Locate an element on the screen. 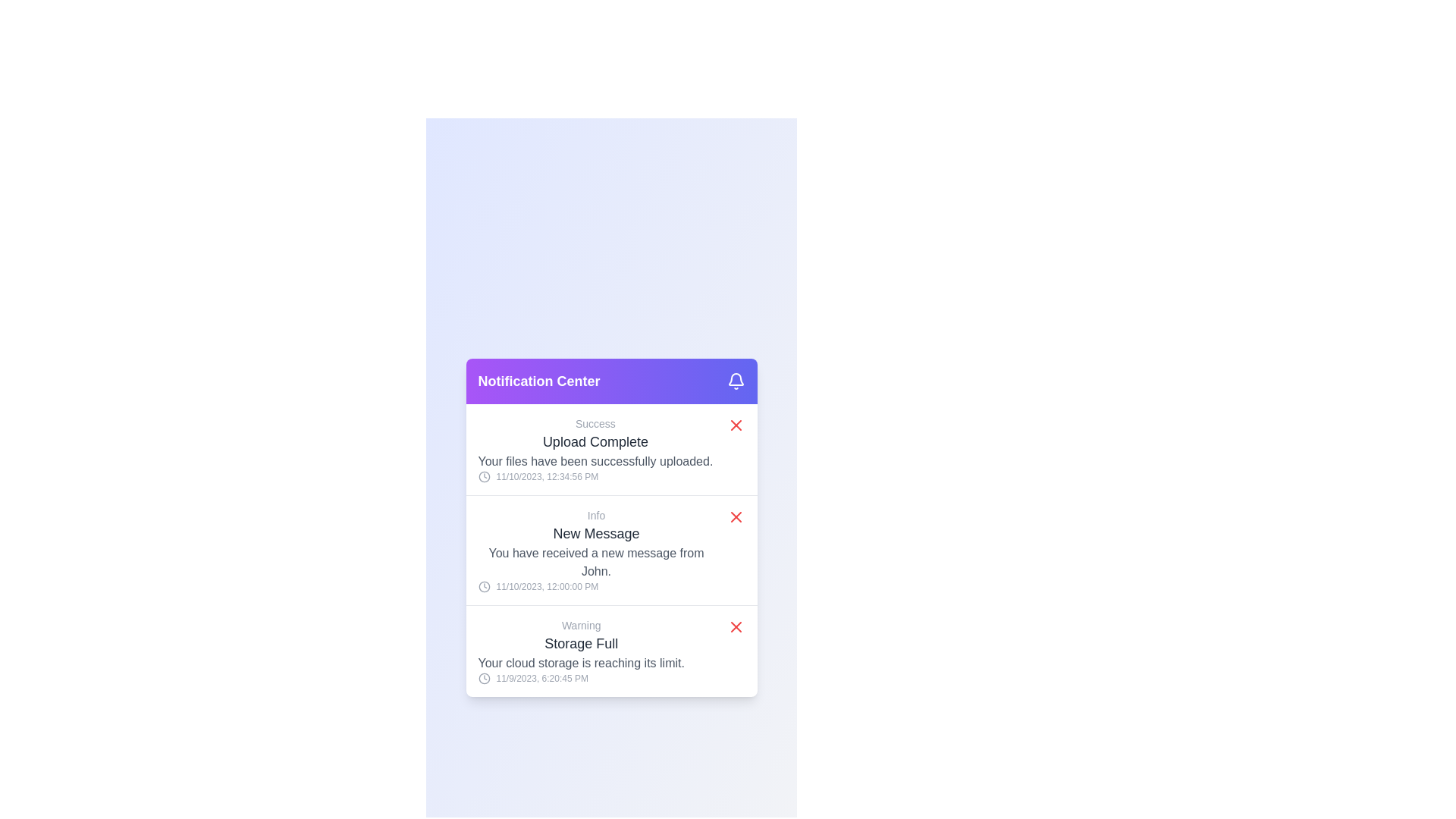 The width and height of the screenshot is (1456, 819). the dismissal icon ('X') located to the right of the 'New Message' notification in the notification center is located at coordinates (736, 516).